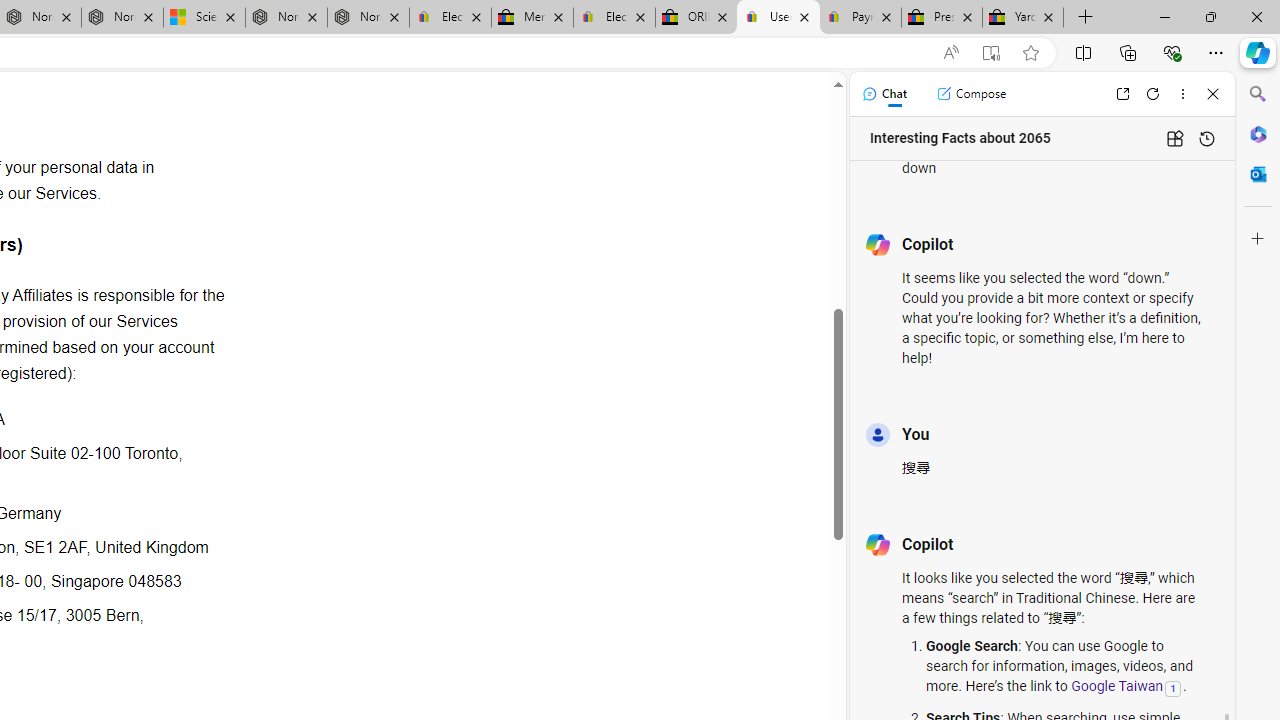  Describe the element at coordinates (860, 17) in the screenshot. I see `'Payments Terms of Use | eBay.com'` at that location.